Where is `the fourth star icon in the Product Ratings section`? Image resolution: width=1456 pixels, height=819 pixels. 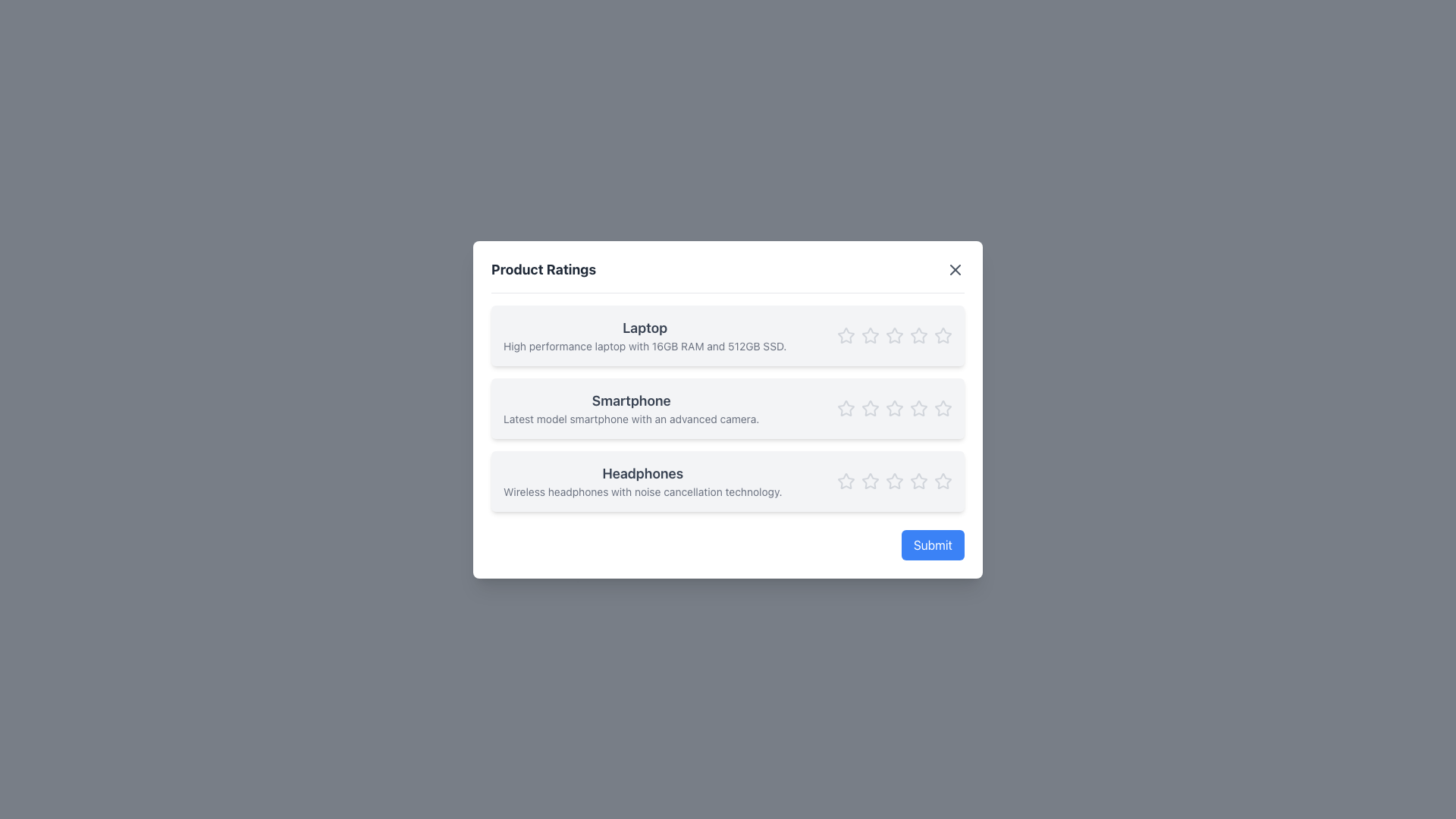 the fourth star icon in the Product Ratings section is located at coordinates (918, 407).